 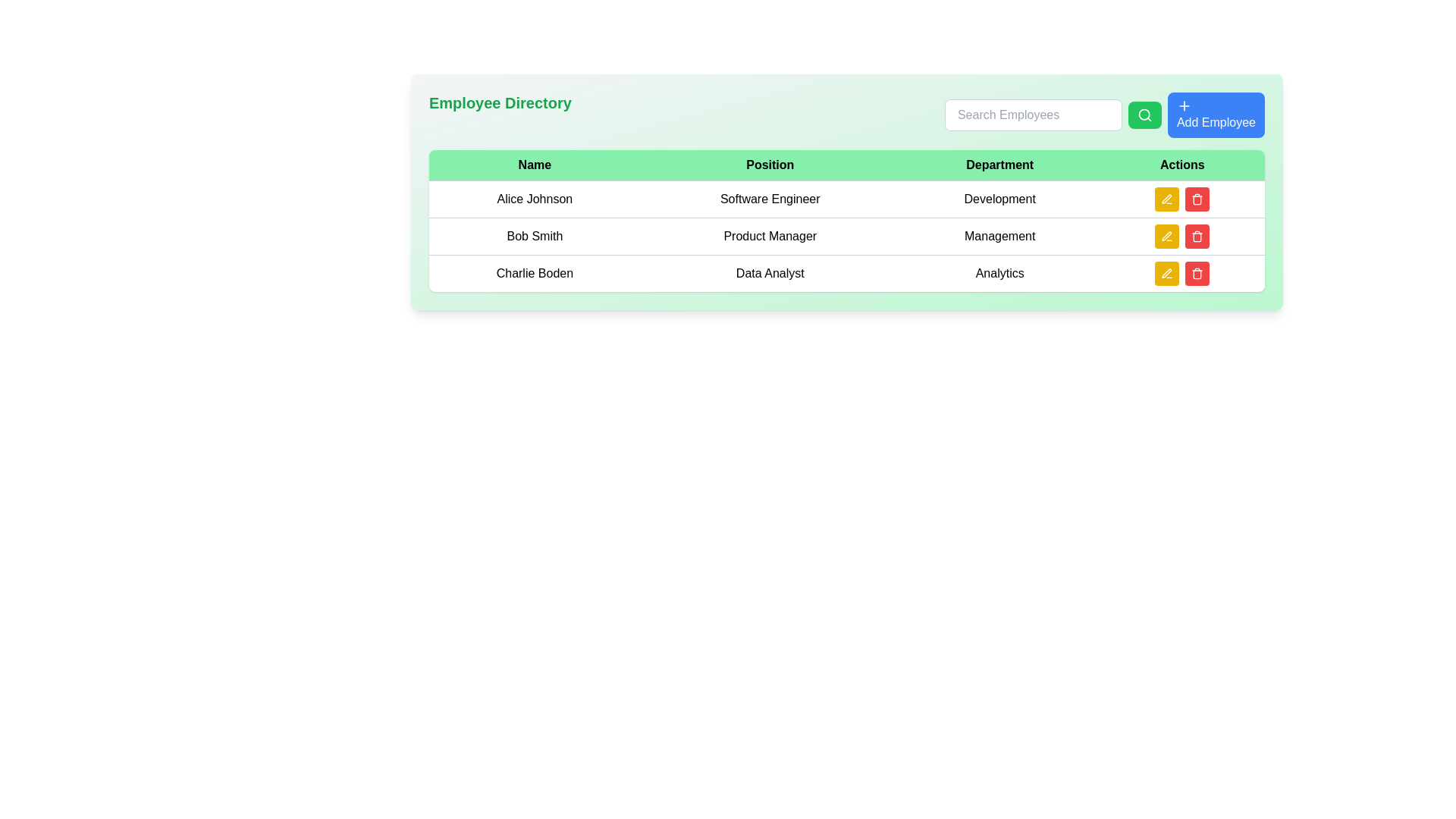 I want to click on the text label displaying the name of an individual in the employee directory table, located in the second row of the 'Name' column, to trigger a tooltip or highlight, so click(x=535, y=237).